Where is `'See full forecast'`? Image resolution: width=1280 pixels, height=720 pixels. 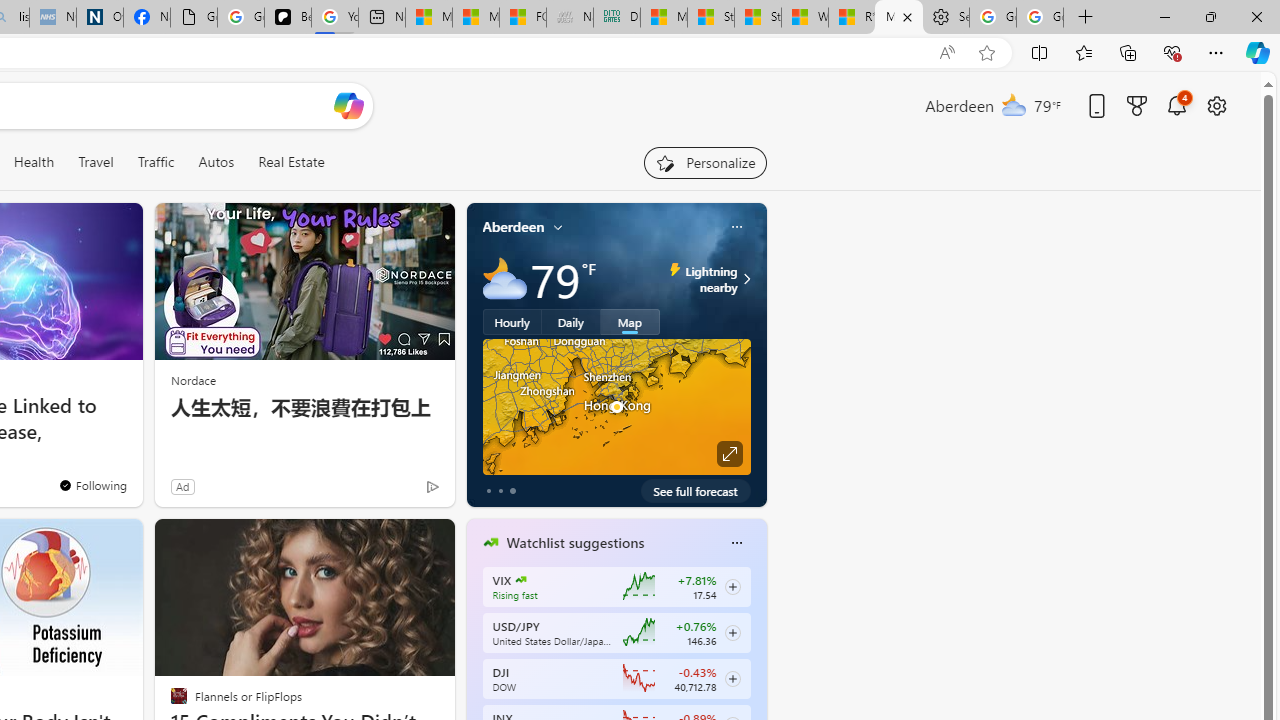
'See full forecast' is located at coordinates (695, 491).